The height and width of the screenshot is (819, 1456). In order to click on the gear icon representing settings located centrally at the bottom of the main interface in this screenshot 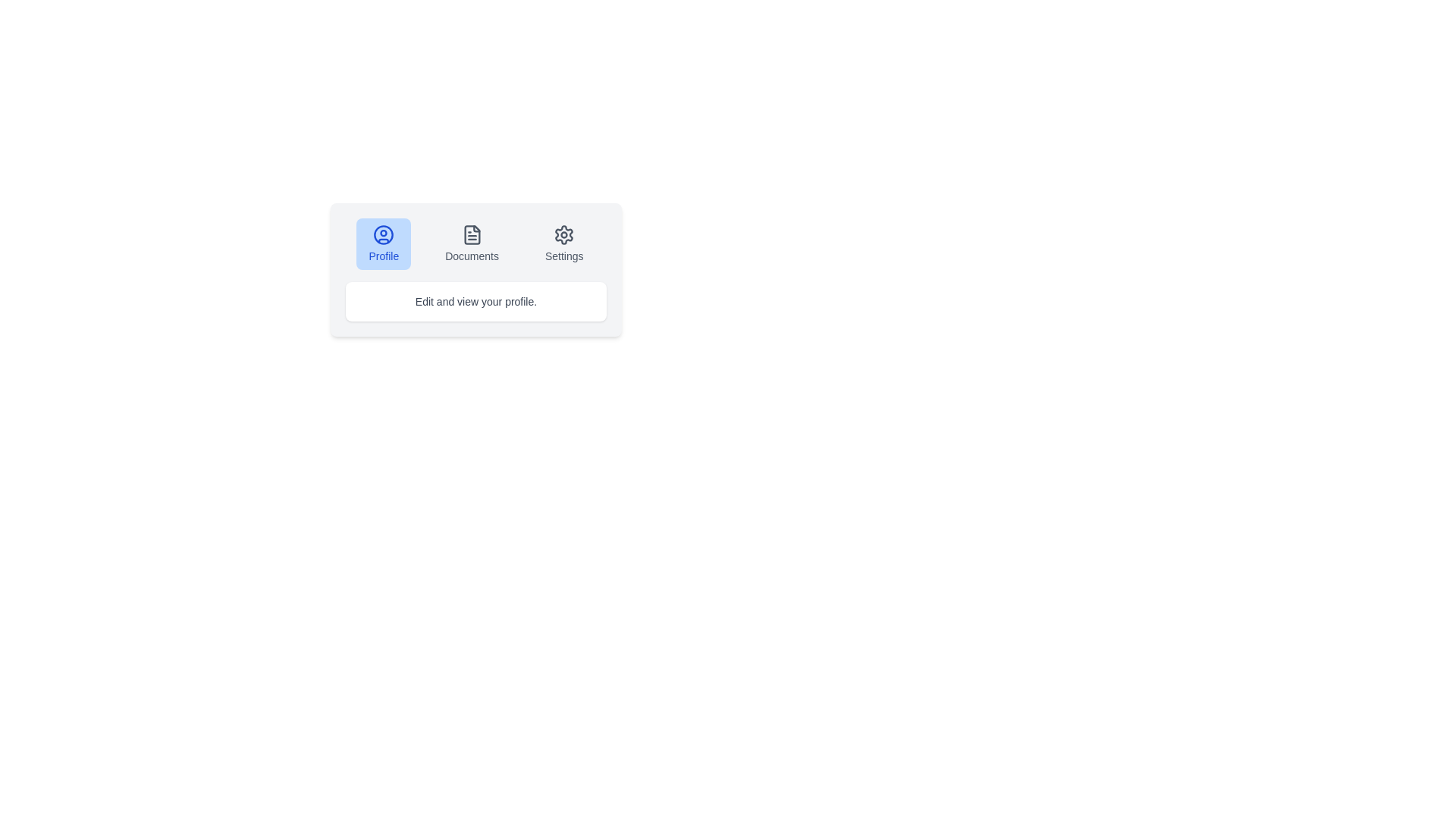, I will do `click(563, 234)`.